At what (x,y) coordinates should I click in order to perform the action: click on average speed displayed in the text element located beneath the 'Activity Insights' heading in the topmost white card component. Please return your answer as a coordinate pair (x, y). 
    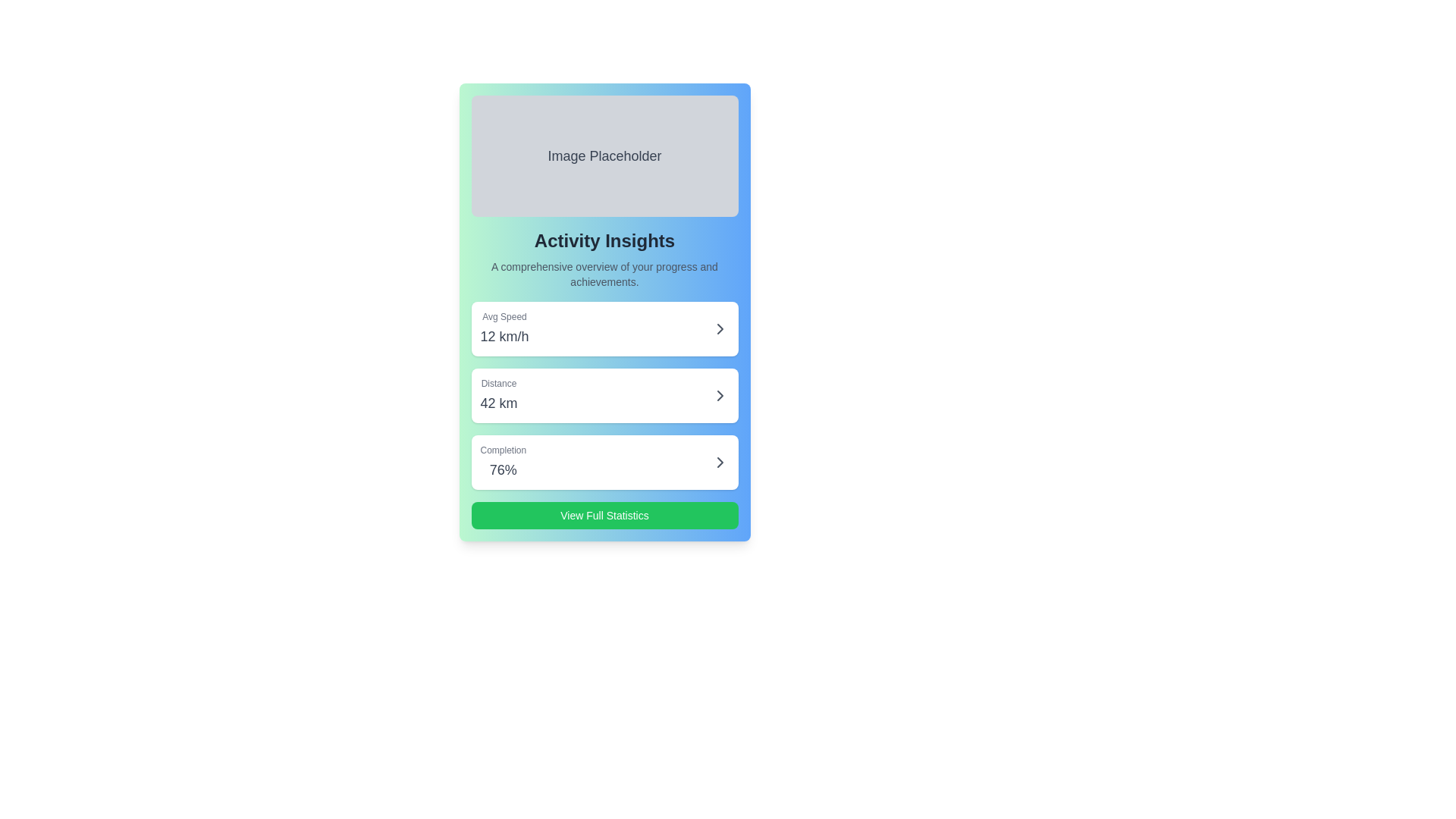
    Looking at the image, I should click on (504, 328).